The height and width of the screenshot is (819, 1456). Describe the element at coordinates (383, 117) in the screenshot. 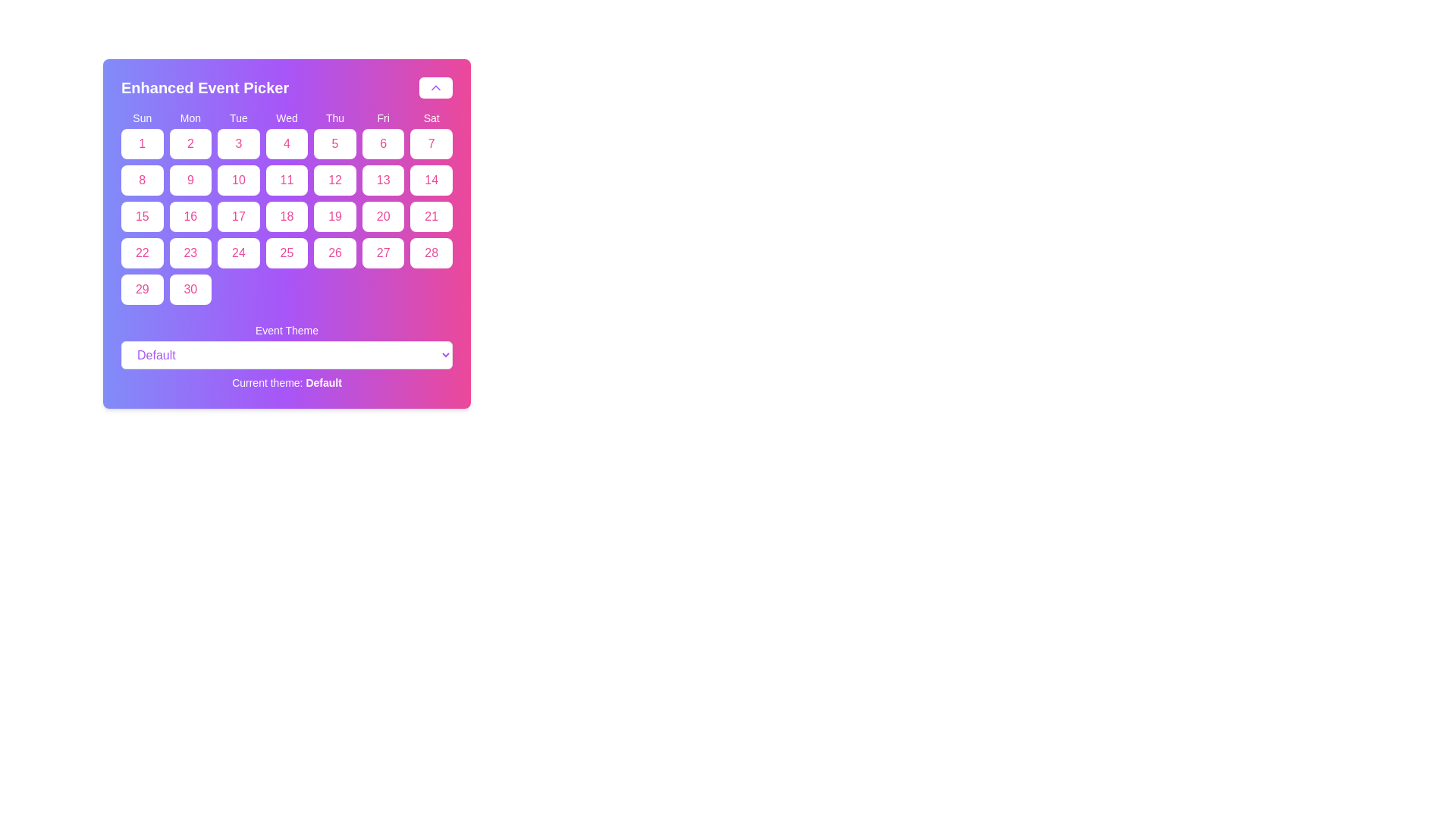

I see `the Text label indicating the day 'Friday' in the calendar interface, located in the sixth column flanked by 'Thu' and 'Sat'` at that location.